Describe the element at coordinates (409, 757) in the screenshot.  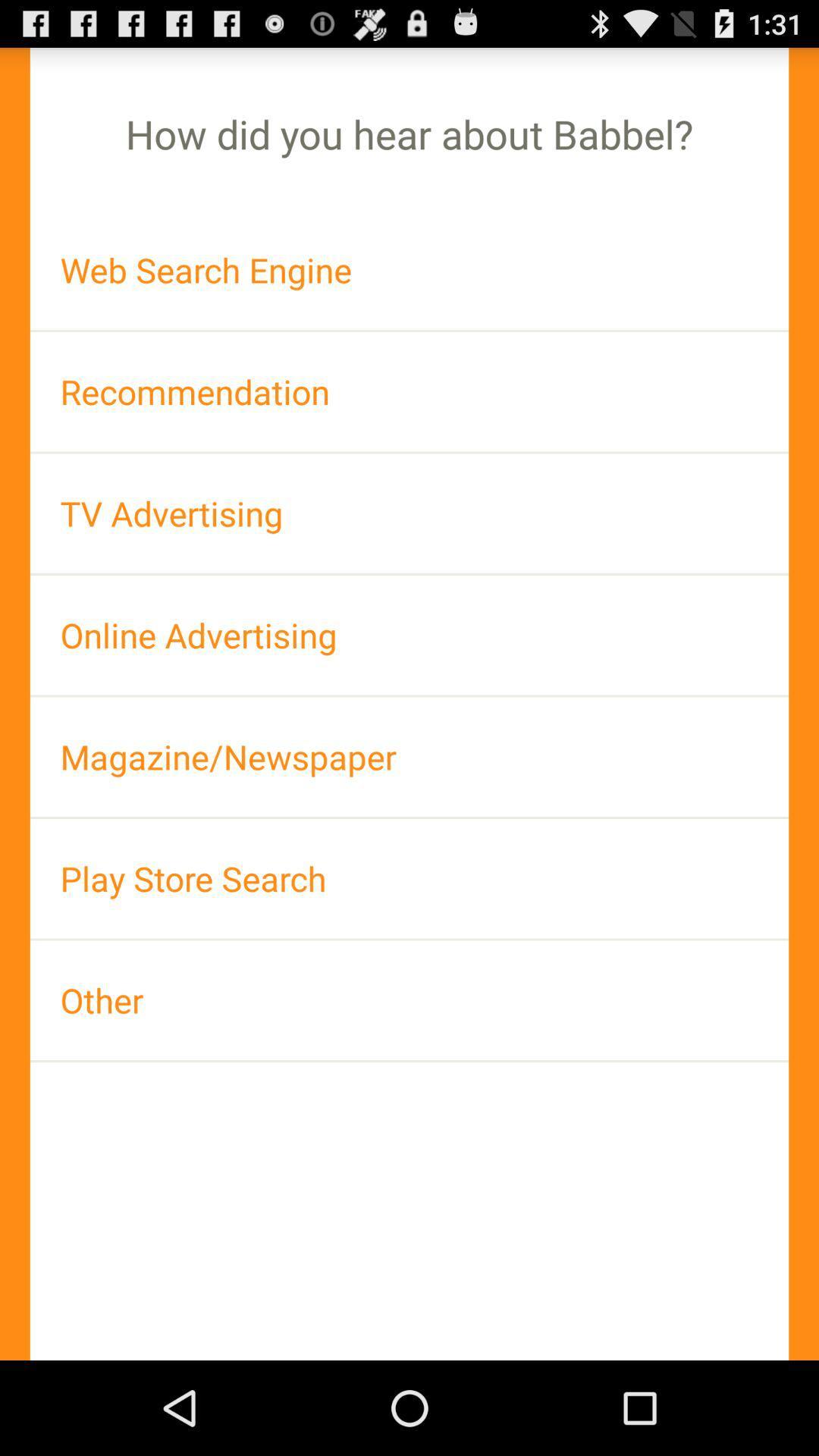
I see `the item below online advertising item` at that location.